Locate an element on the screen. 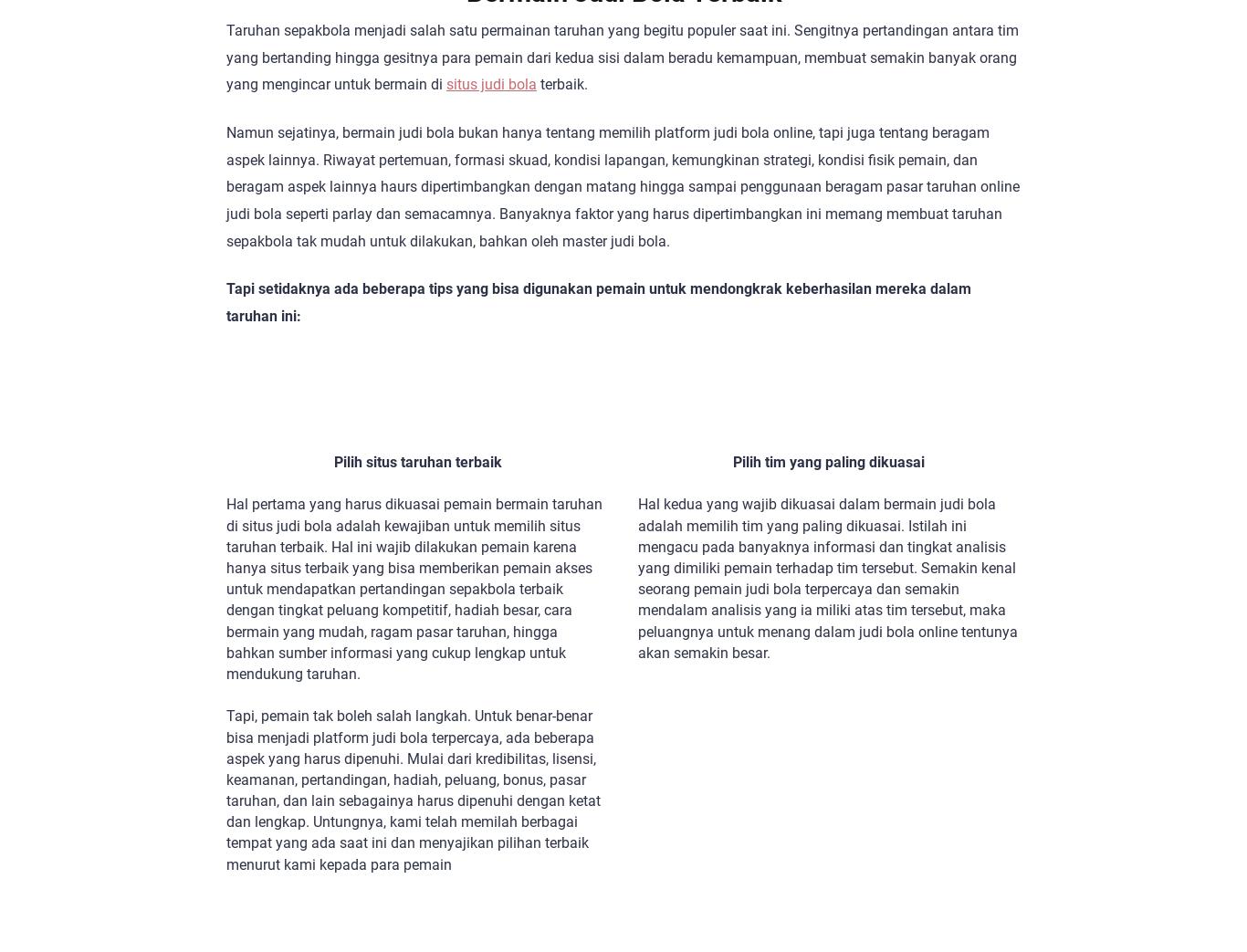 The image size is (1247, 952). 'Pilih situs taruhan terbaik' is located at coordinates (417, 461).